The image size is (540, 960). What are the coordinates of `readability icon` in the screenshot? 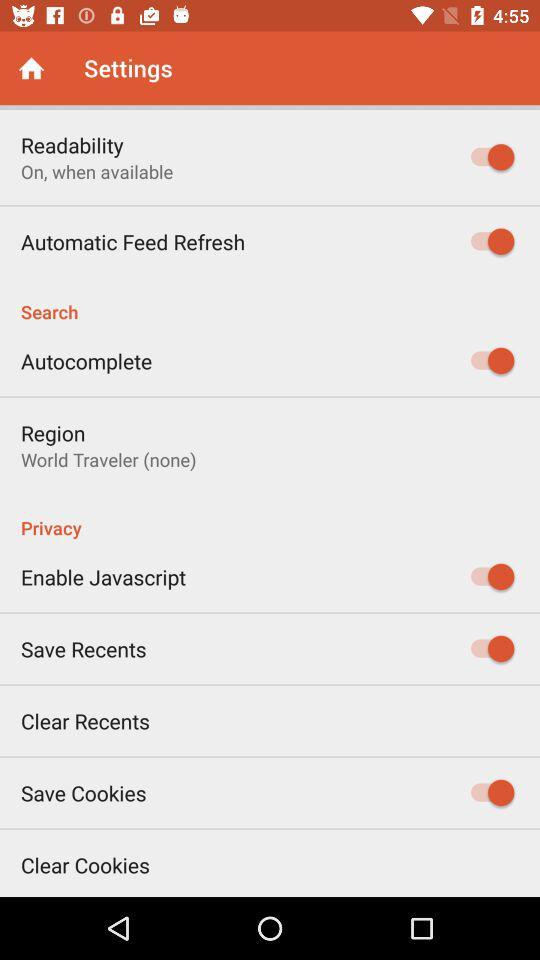 It's located at (71, 144).